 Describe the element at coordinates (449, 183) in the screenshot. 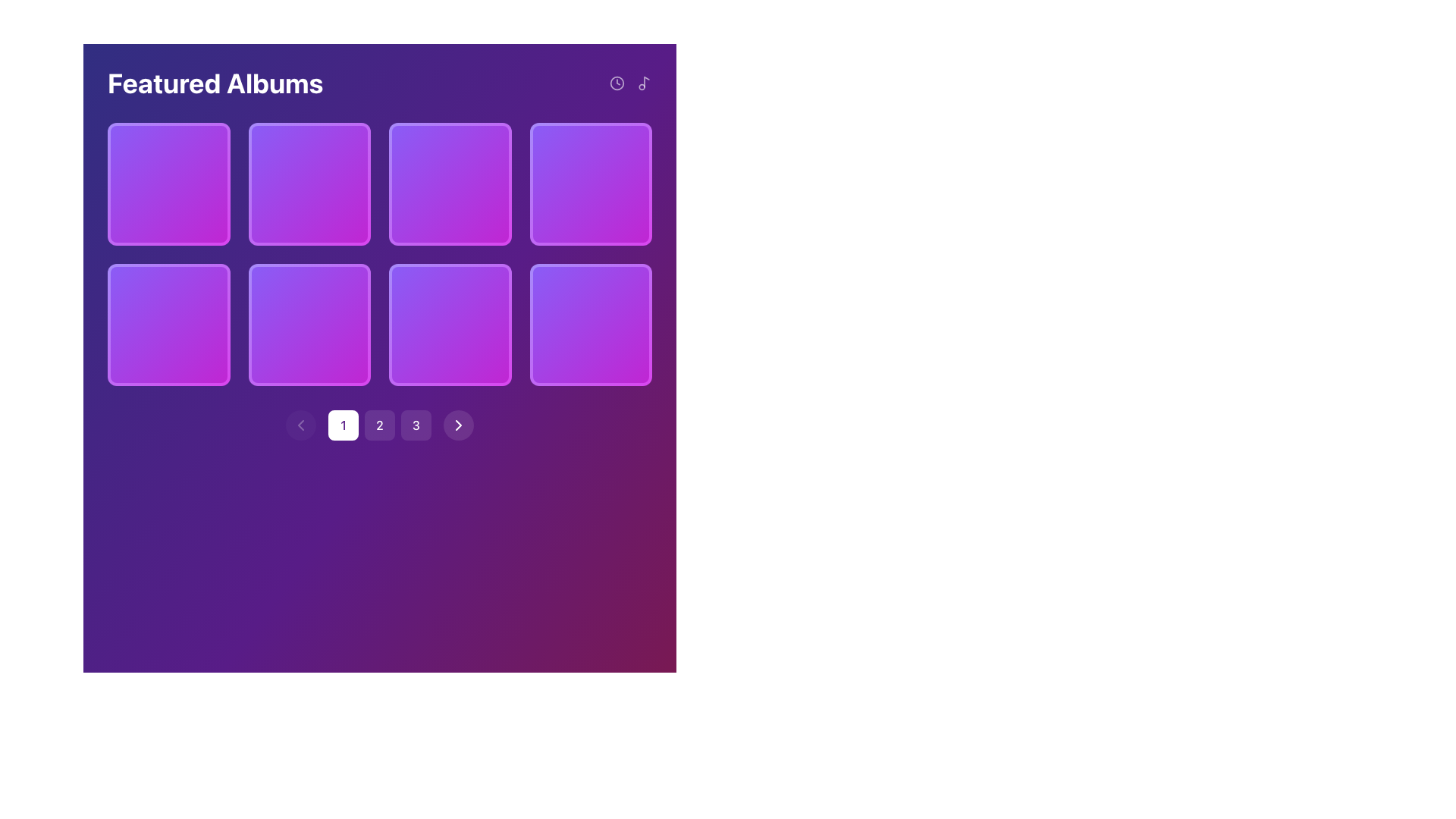

I see `the Album card representing 'Album 3' by 'Artist 3'` at that location.